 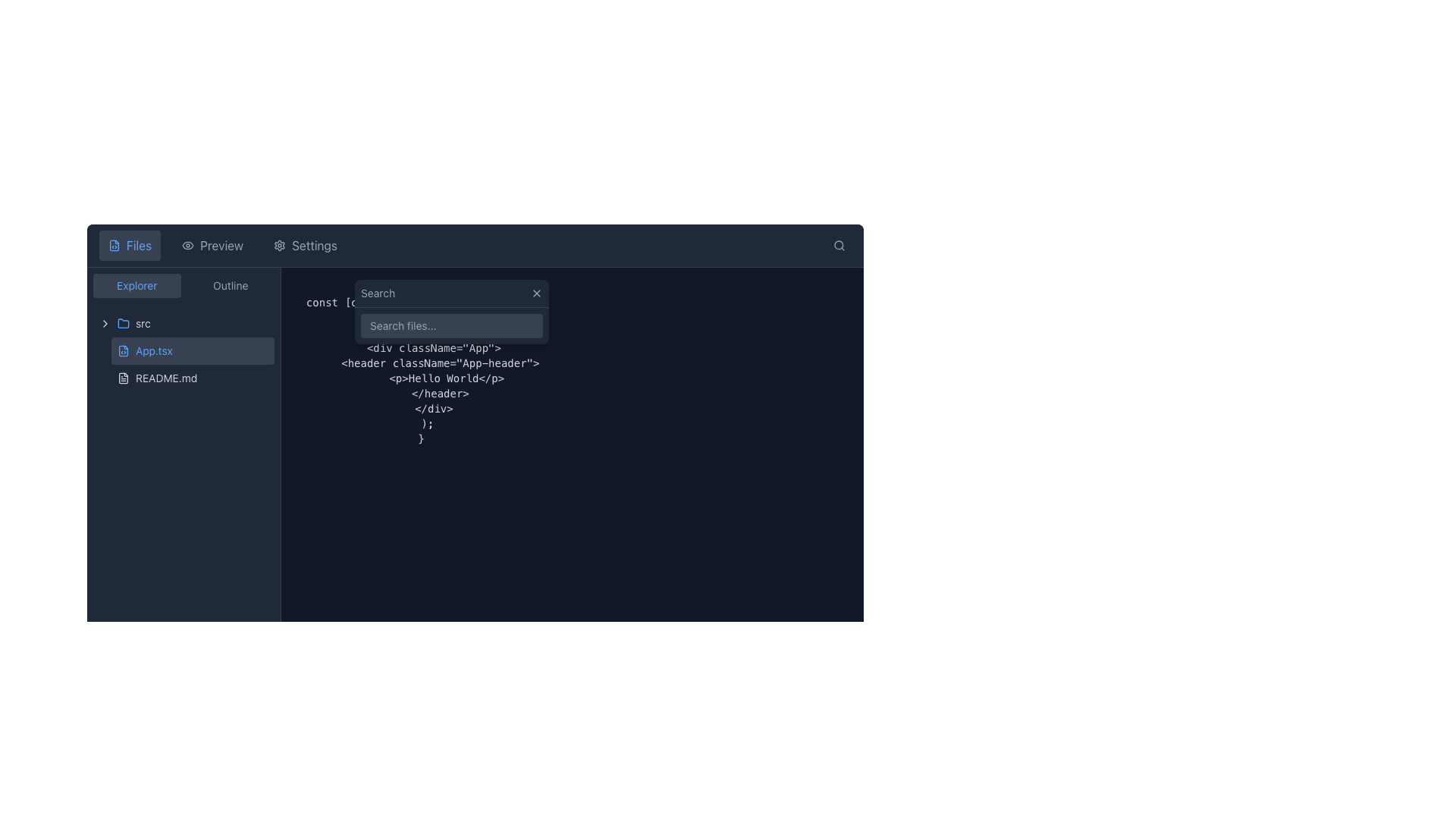 What do you see at coordinates (192, 377) in the screenshot?
I see `the 'README.md' file entry in the file list` at bounding box center [192, 377].